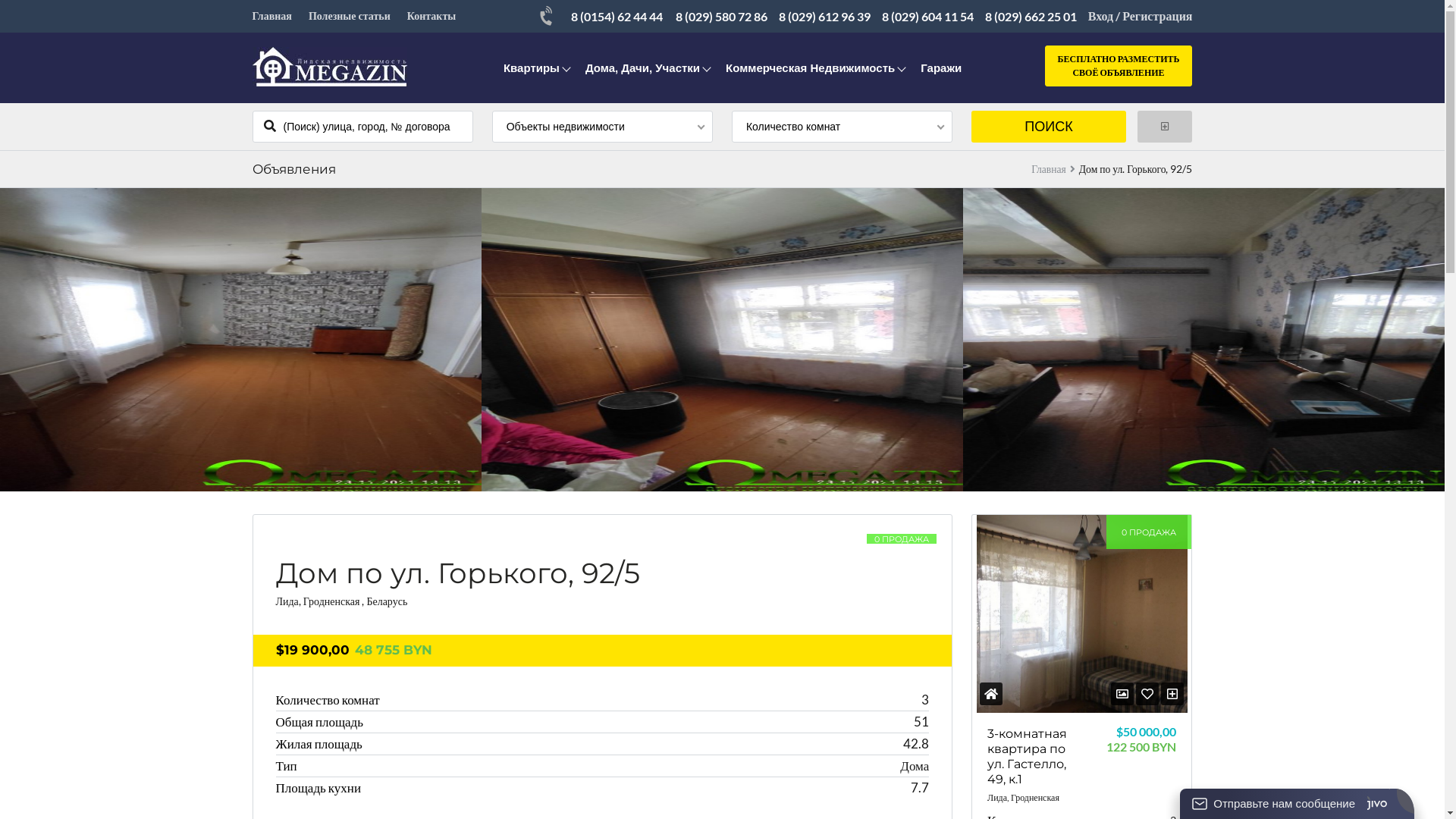 The width and height of the screenshot is (1456, 819). What do you see at coordinates (720, 16) in the screenshot?
I see `'8 (029) 580 72 86'` at bounding box center [720, 16].